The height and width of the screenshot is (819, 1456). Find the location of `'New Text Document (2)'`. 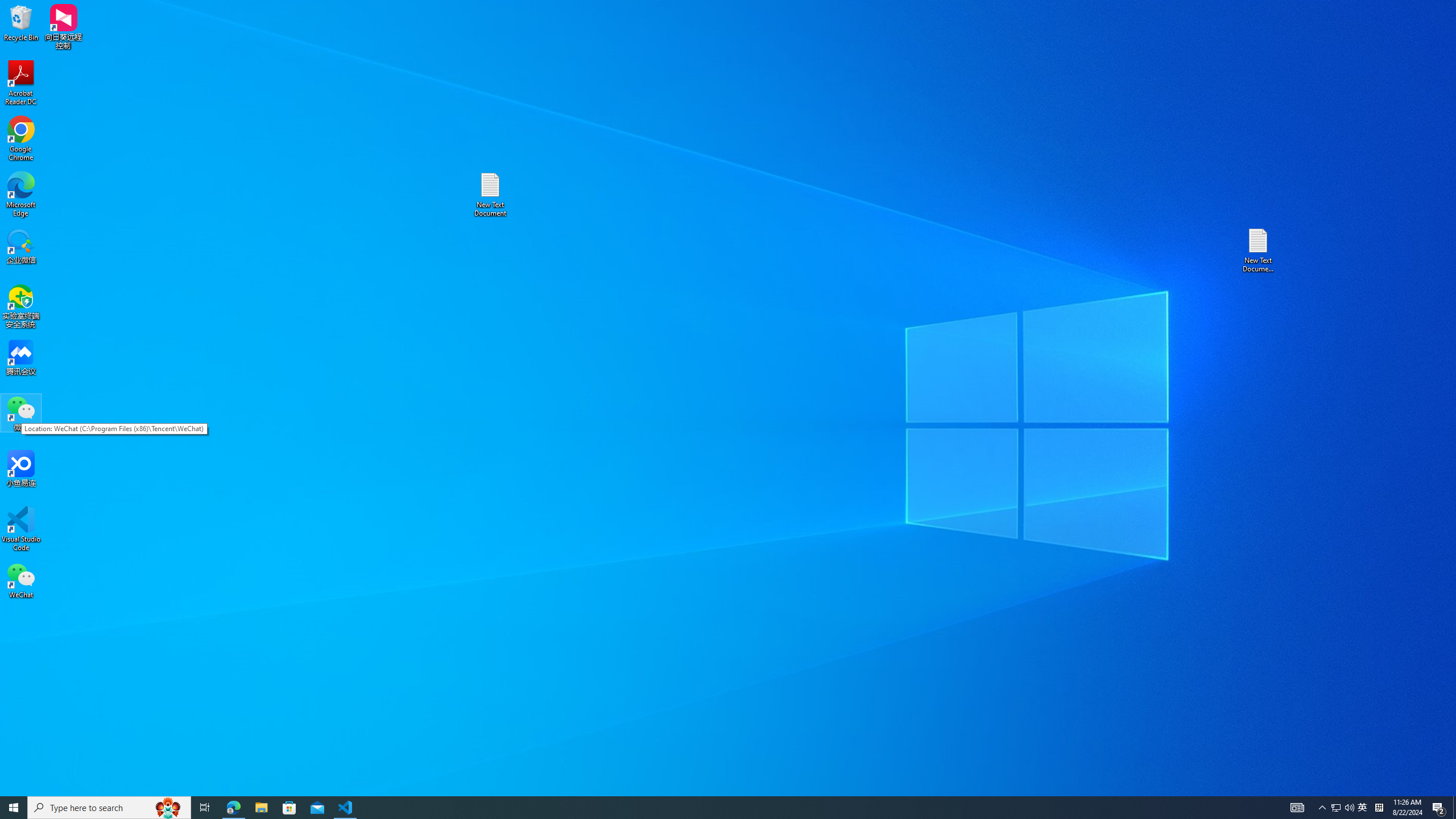

'New Text Document (2)' is located at coordinates (1259, 249).